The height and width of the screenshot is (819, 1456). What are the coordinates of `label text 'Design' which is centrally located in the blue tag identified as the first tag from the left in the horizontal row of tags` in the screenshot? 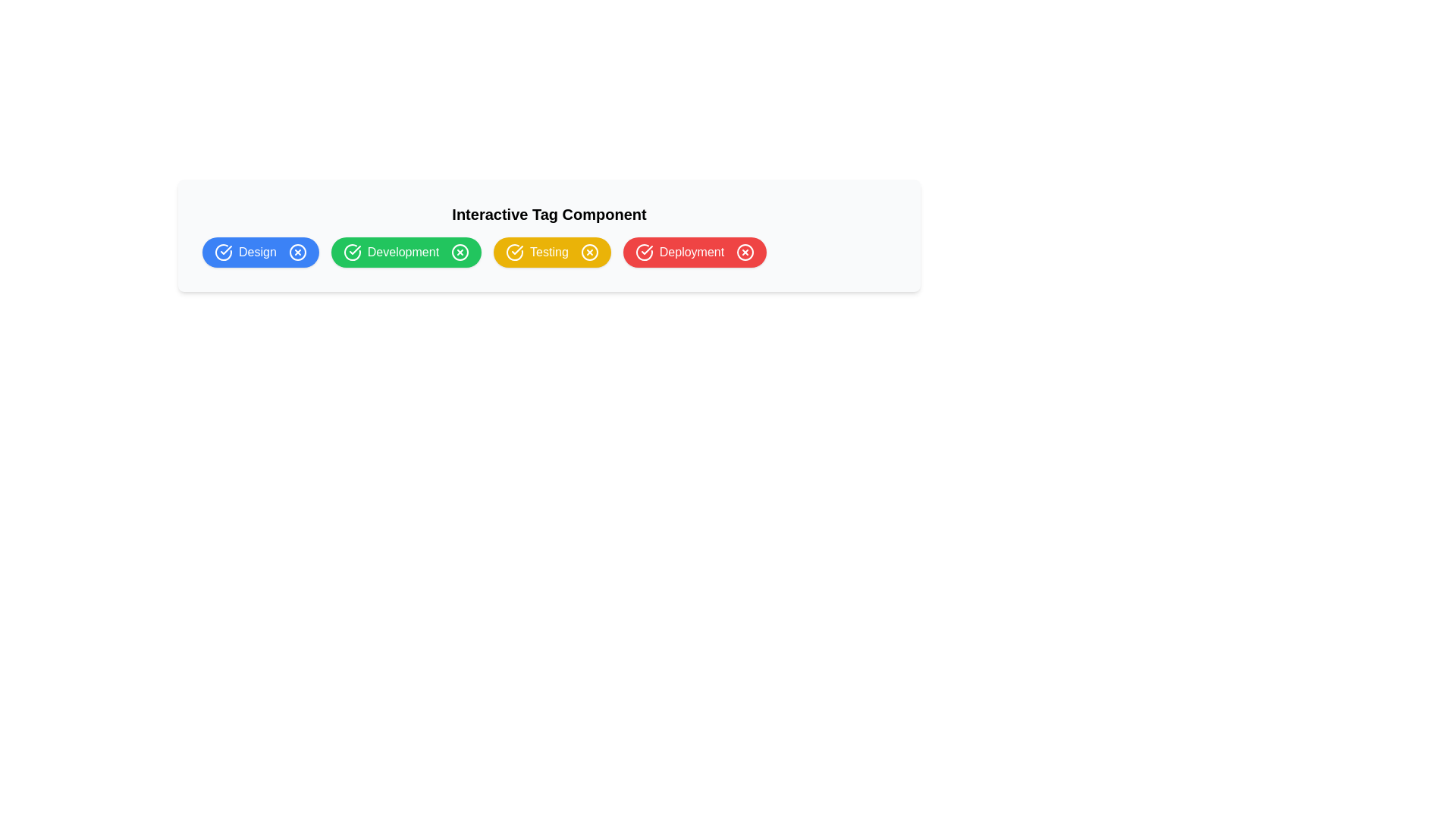 It's located at (257, 251).